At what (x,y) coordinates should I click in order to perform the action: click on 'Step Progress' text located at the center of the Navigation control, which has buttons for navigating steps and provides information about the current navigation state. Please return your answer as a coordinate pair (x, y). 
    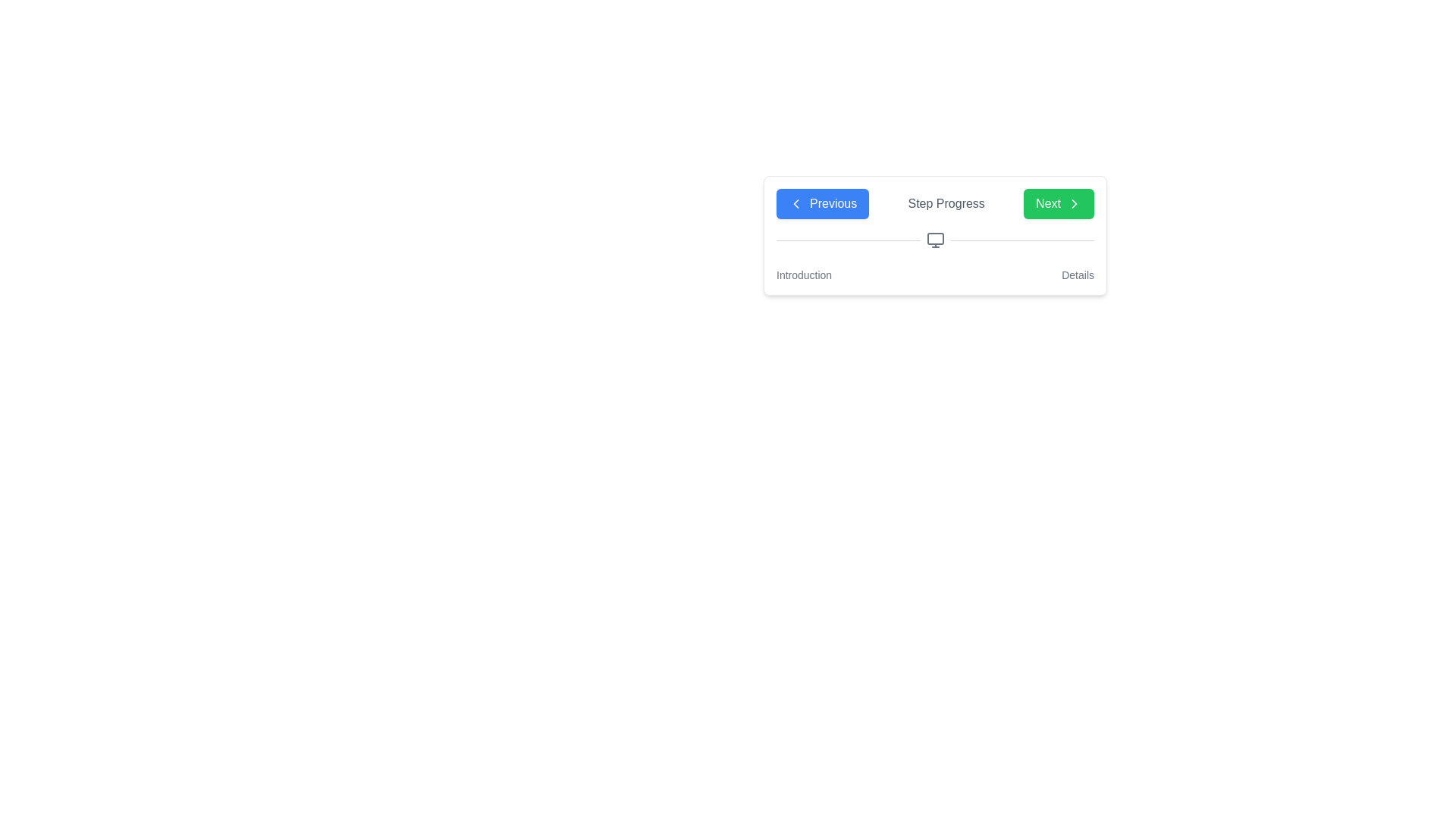
    Looking at the image, I should click on (934, 203).